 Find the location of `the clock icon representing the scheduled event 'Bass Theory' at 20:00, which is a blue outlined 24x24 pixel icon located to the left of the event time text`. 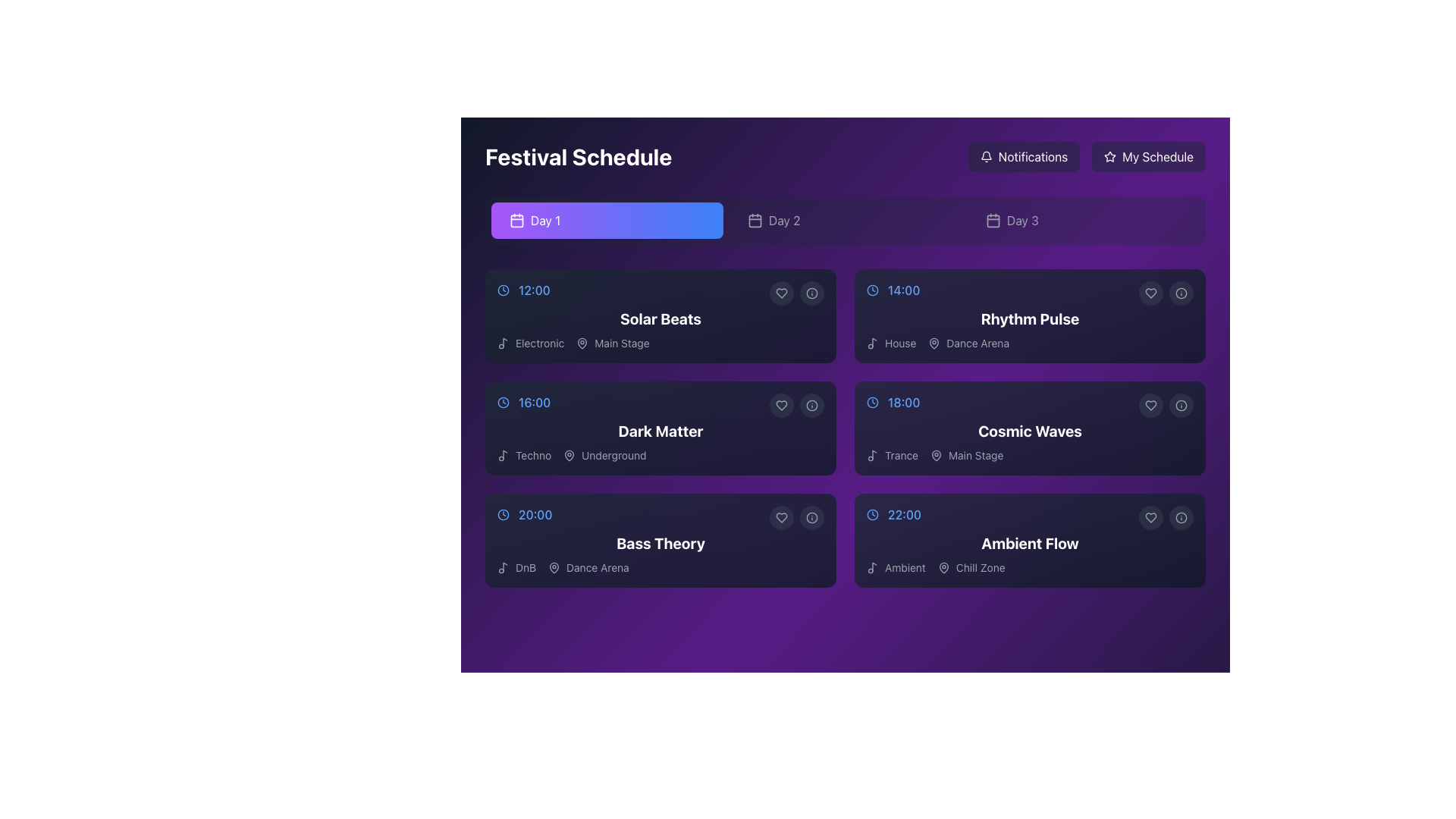

the clock icon representing the scheduled event 'Bass Theory' at 20:00, which is a blue outlined 24x24 pixel icon located to the left of the event time text is located at coordinates (503, 513).